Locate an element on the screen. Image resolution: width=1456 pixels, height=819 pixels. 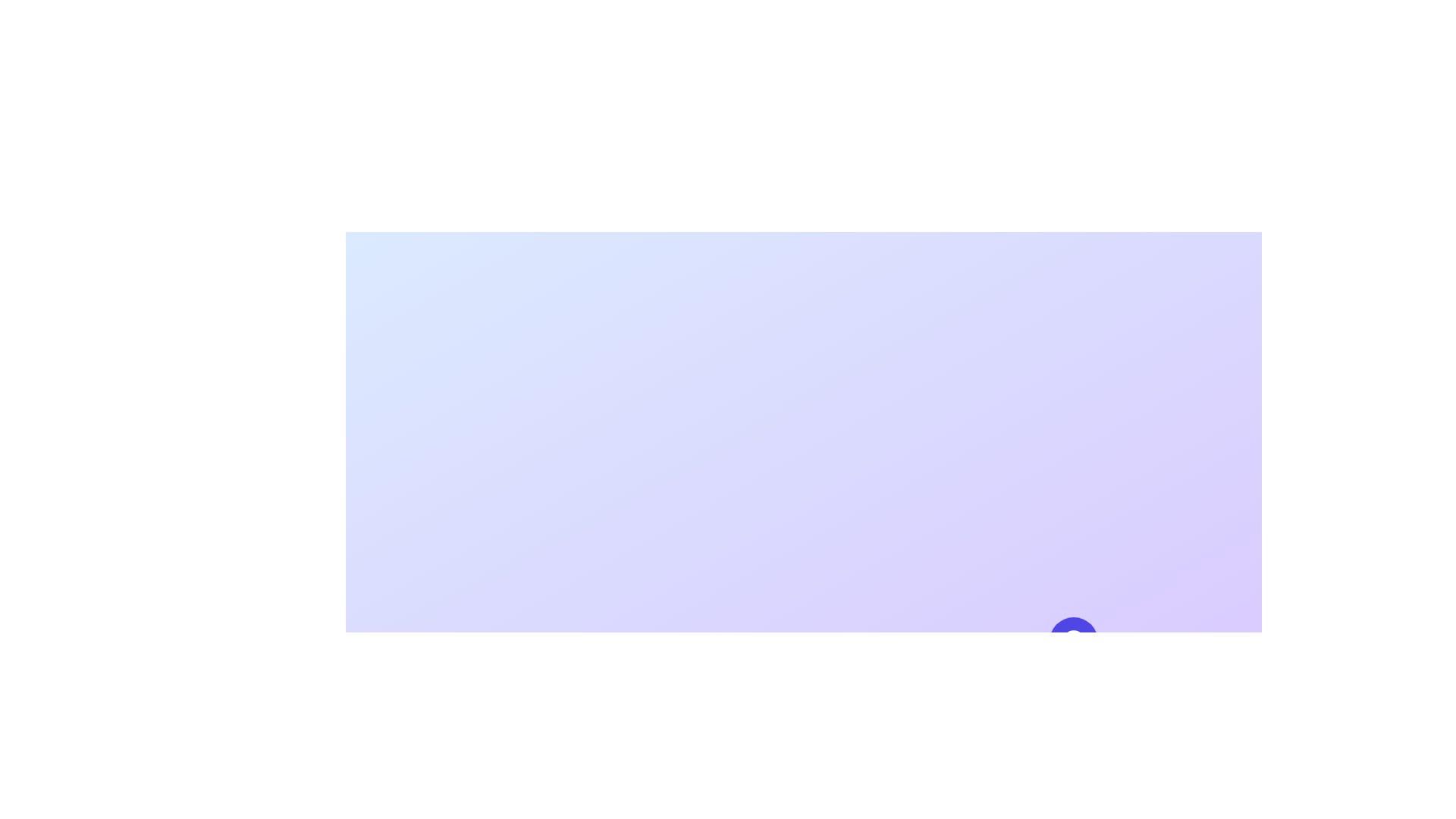
the central button to toggle the menu visibility is located at coordinates (1073, 641).